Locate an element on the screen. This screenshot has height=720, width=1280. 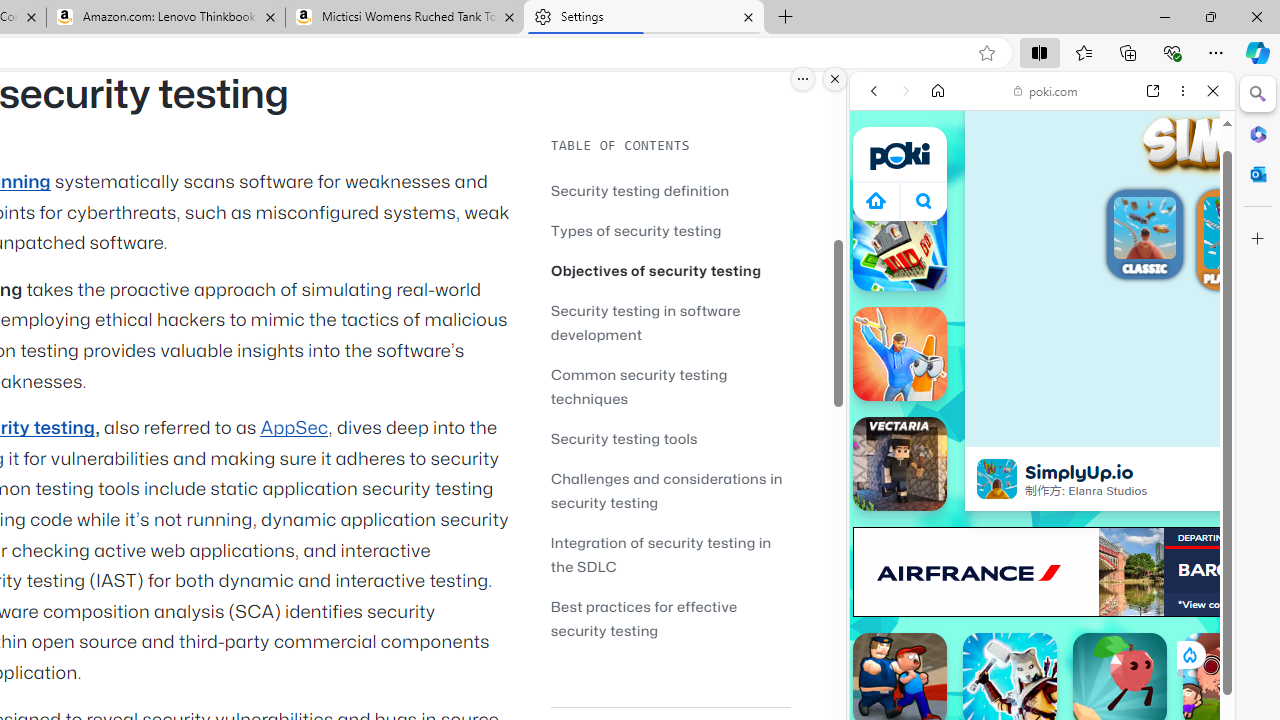
'Security testing tools' is located at coordinates (623, 437).